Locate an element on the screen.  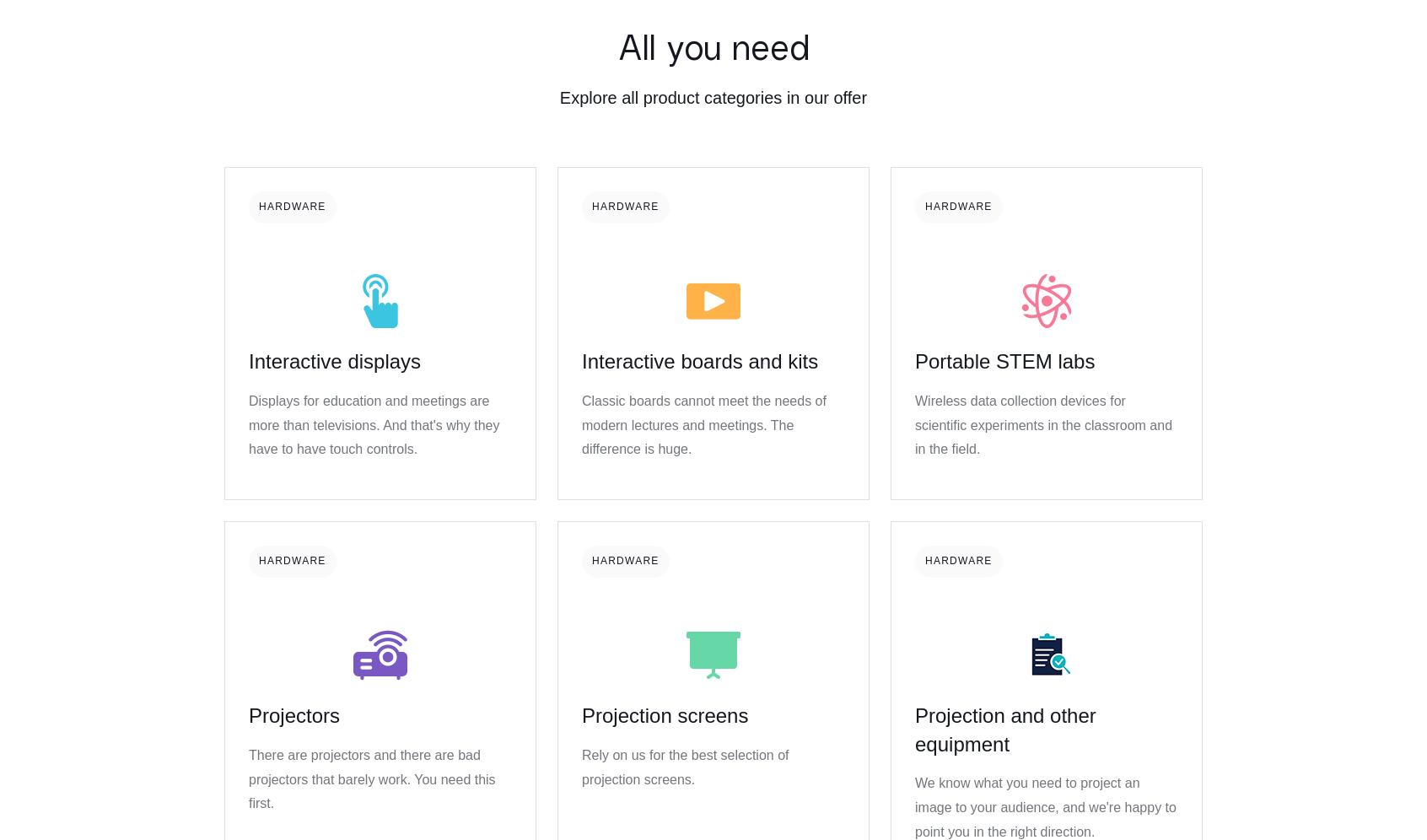
'All you need' is located at coordinates (713, 46).